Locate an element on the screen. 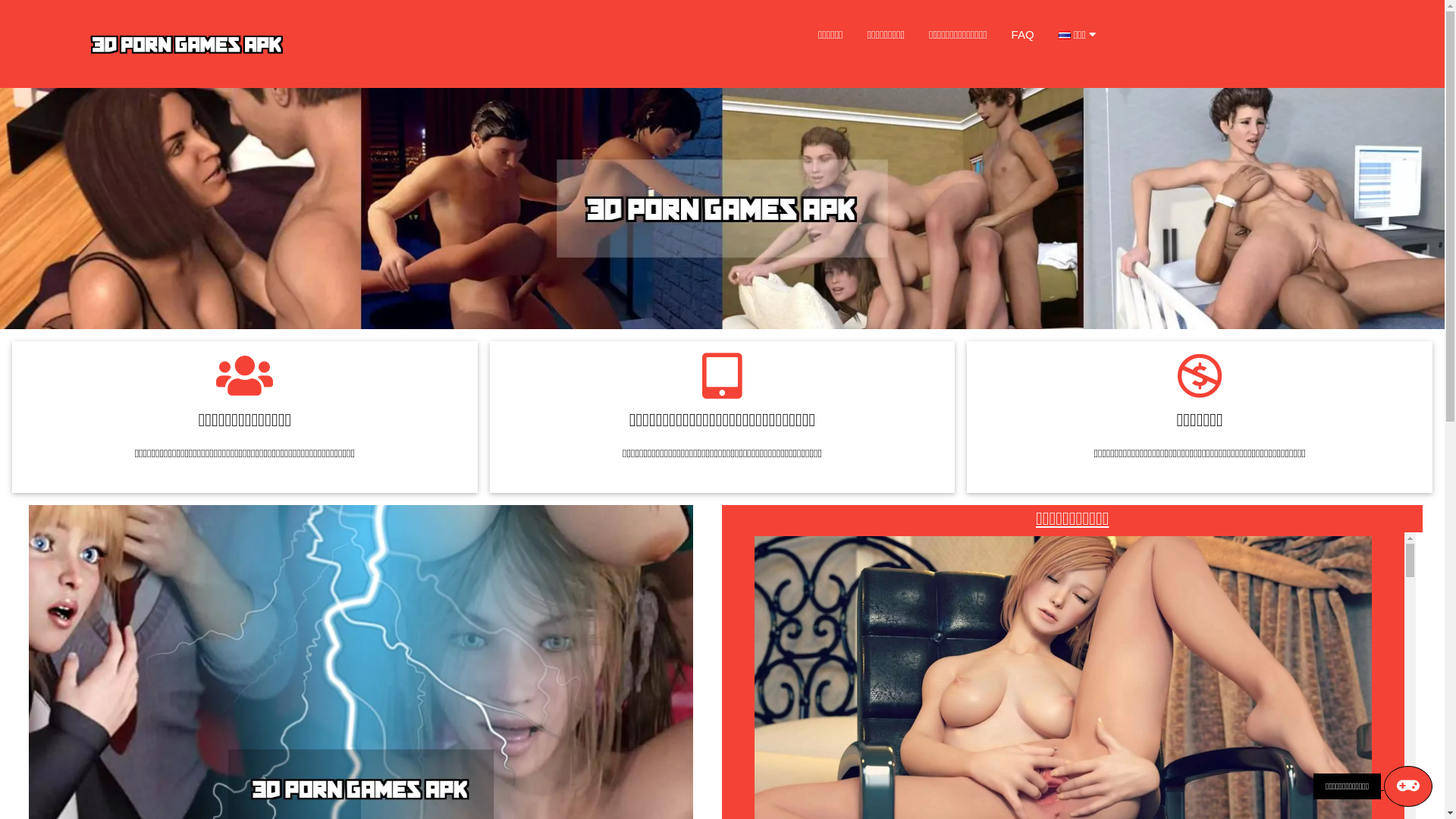 The width and height of the screenshot is (1456, 819). 'FAQ' is located at coordinates (1022, 34).